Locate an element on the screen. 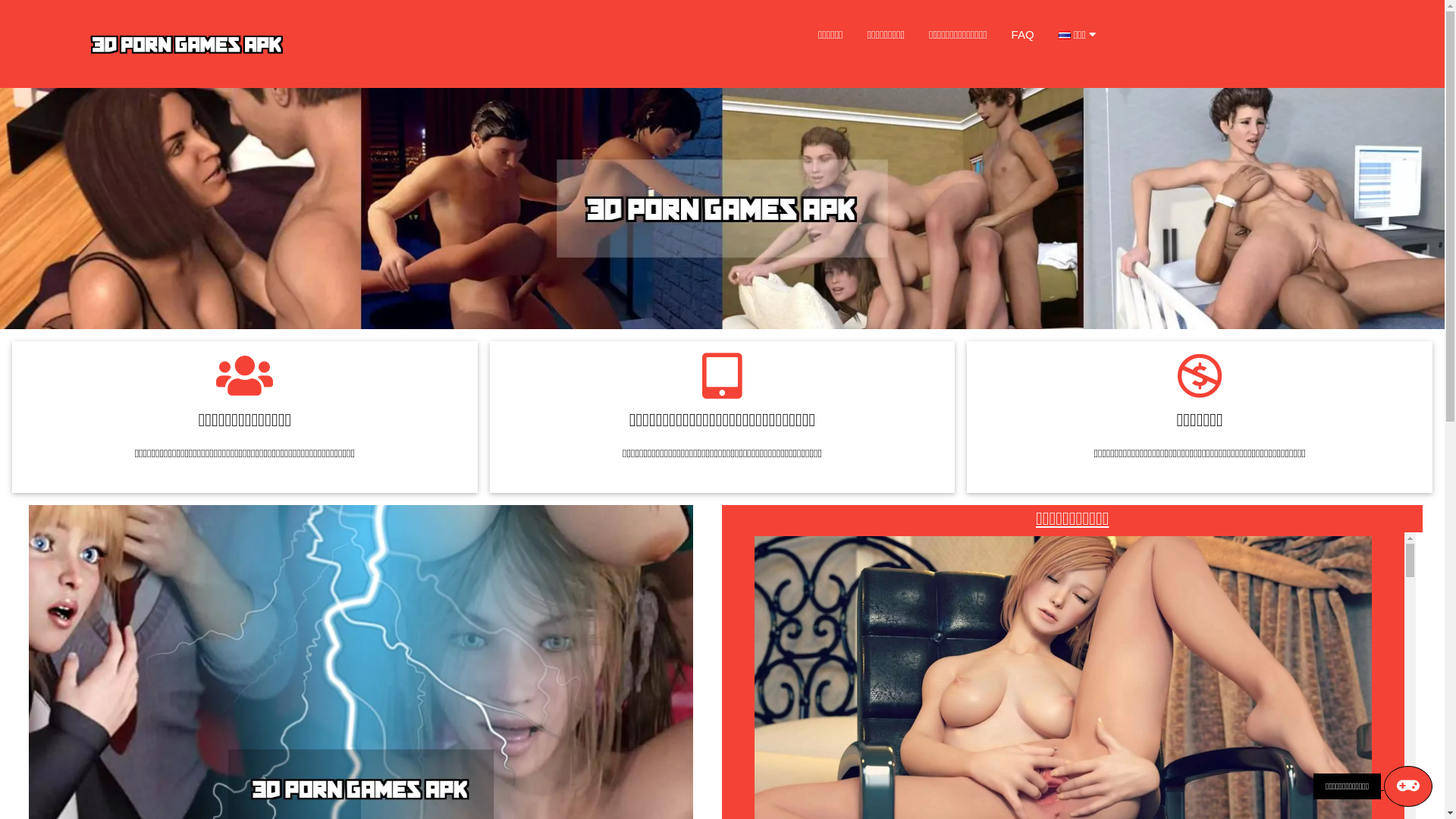 The width and height of the screenshot is (1456, 819). 'FAQ' is located at coordinates (1022, 34).